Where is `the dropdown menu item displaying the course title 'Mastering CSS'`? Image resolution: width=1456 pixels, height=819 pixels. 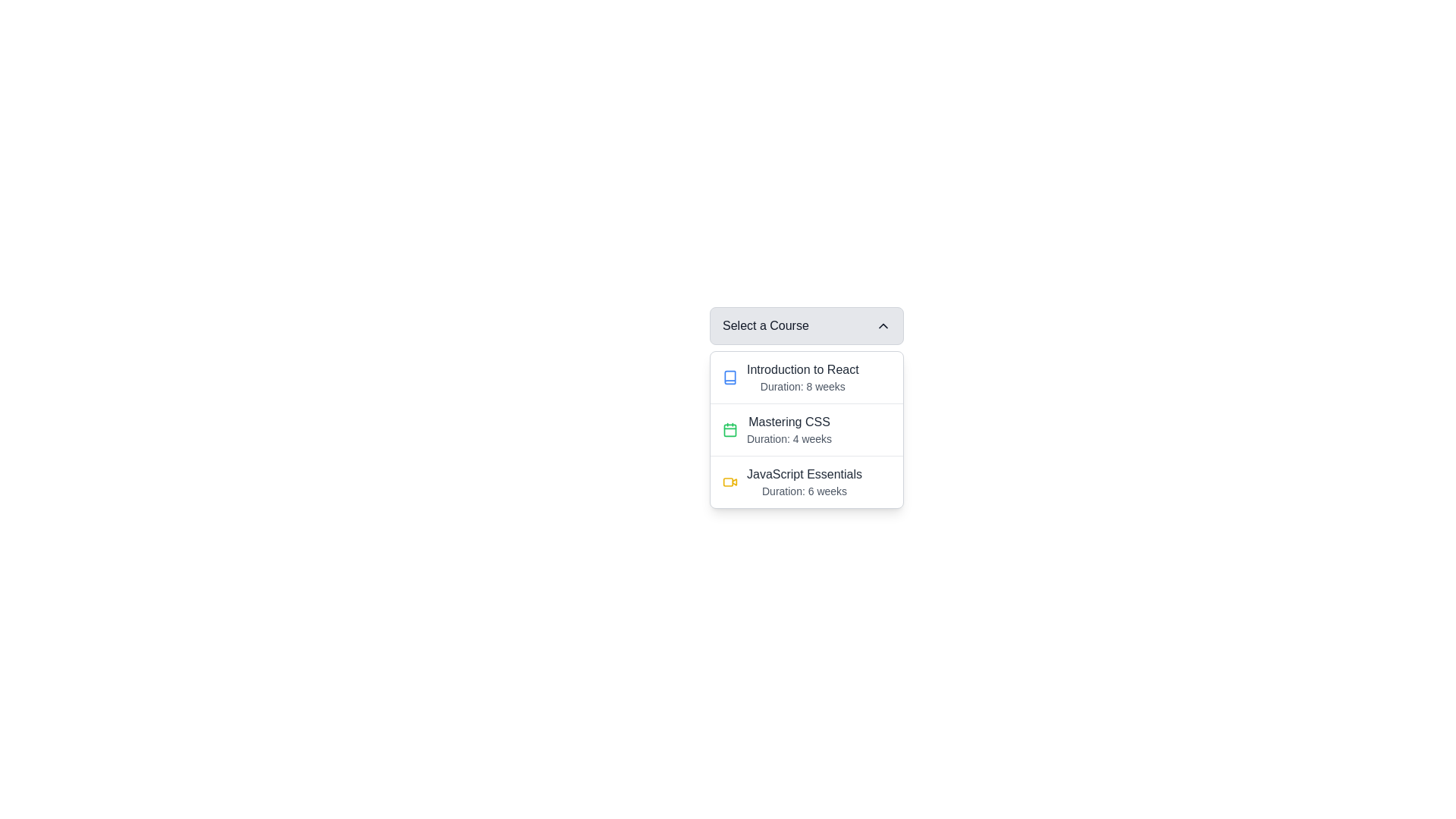 the dropdown menu item displaying the course title 'Mastering CSS' is located at coordinates (806, 429).